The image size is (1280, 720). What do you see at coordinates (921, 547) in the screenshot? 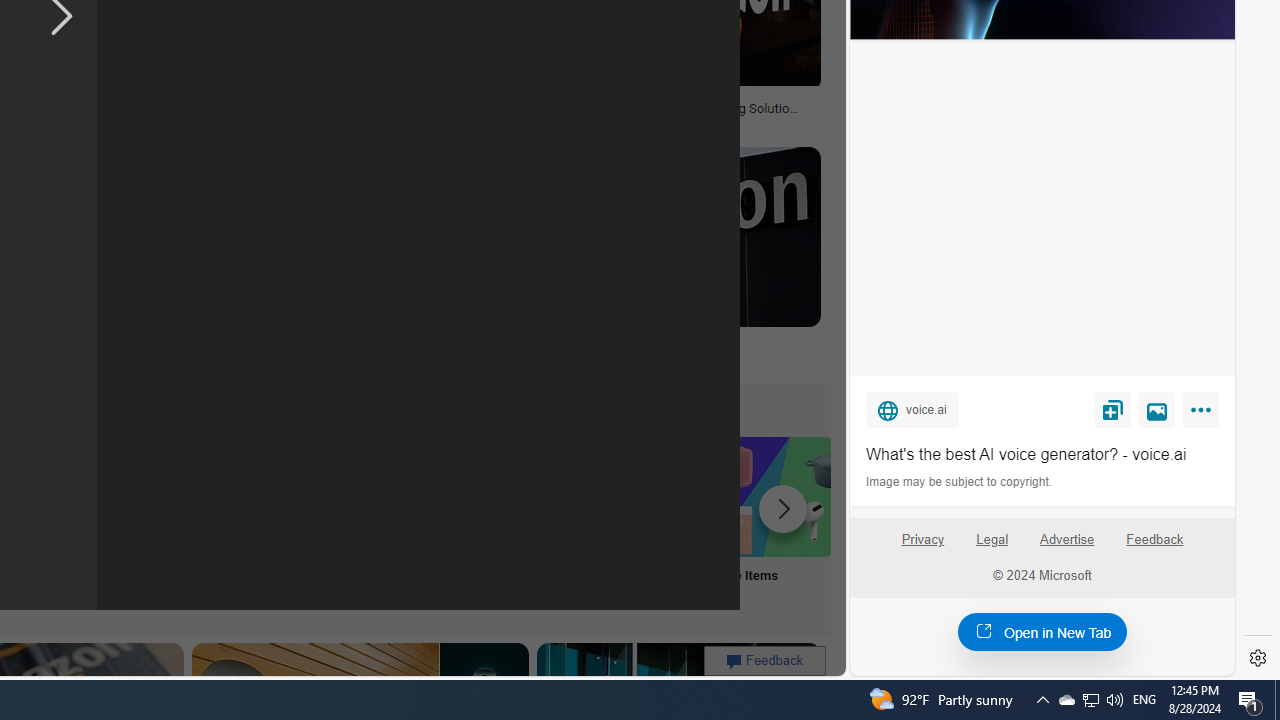
I see `'Privacy'` at bounding box center [921, 547].